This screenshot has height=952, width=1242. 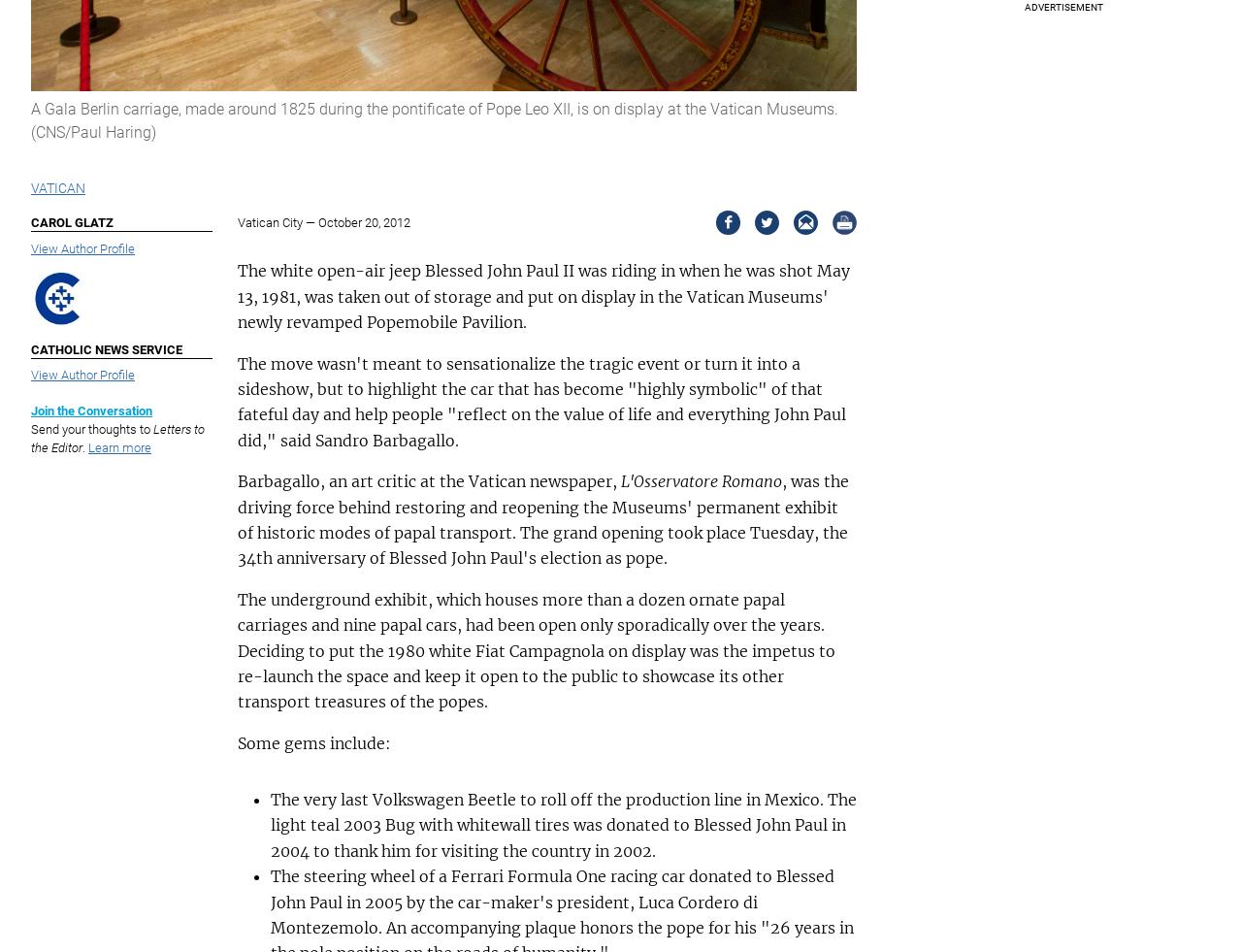 What do you see at coordinates (118, 446) in the screenshot?
I see `'Learn more'` at bounding box center [118, 446].